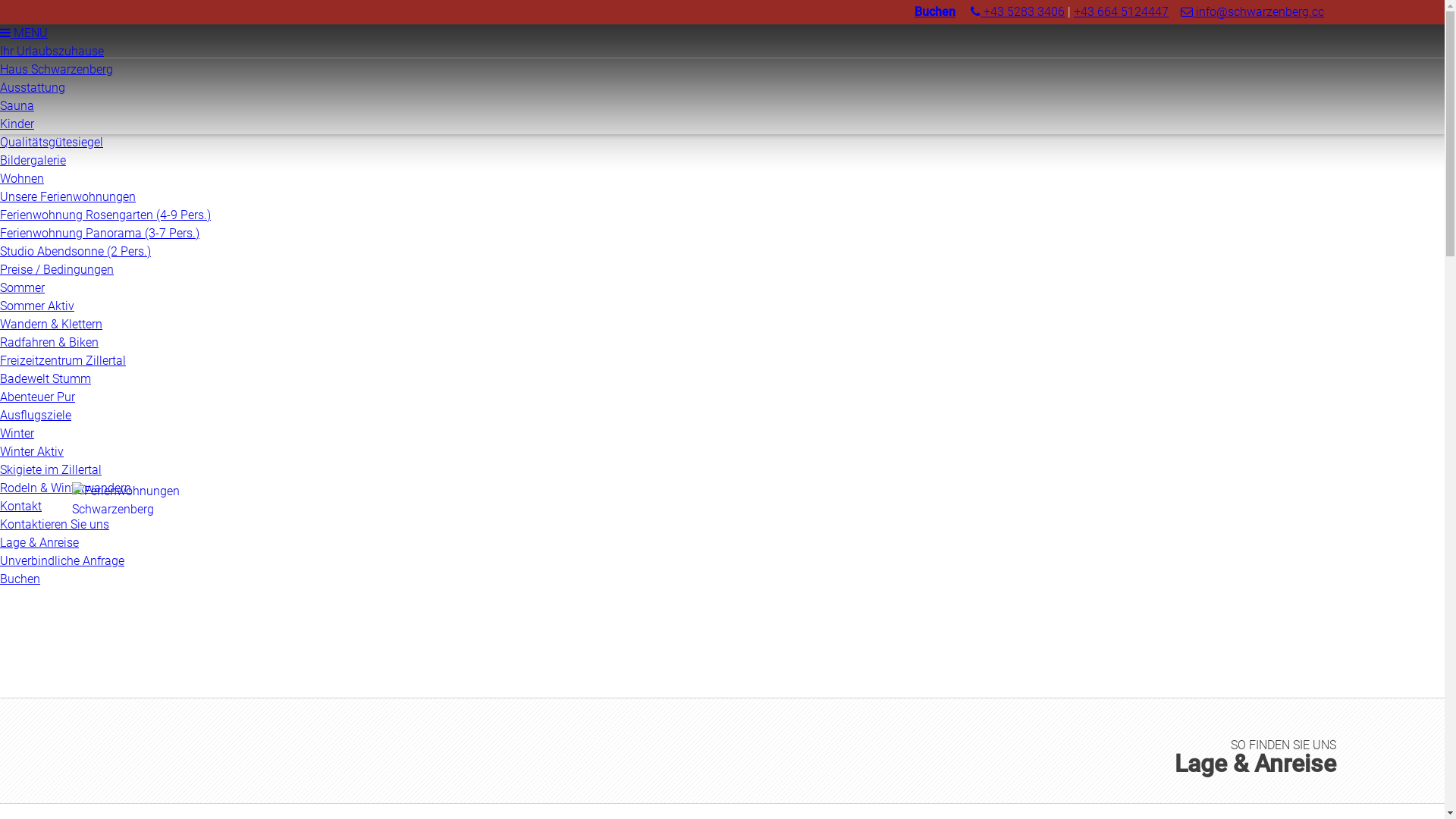  Describe the element at coordinates (17, 433) in the screenshot. I see `'Winter'` at that location.